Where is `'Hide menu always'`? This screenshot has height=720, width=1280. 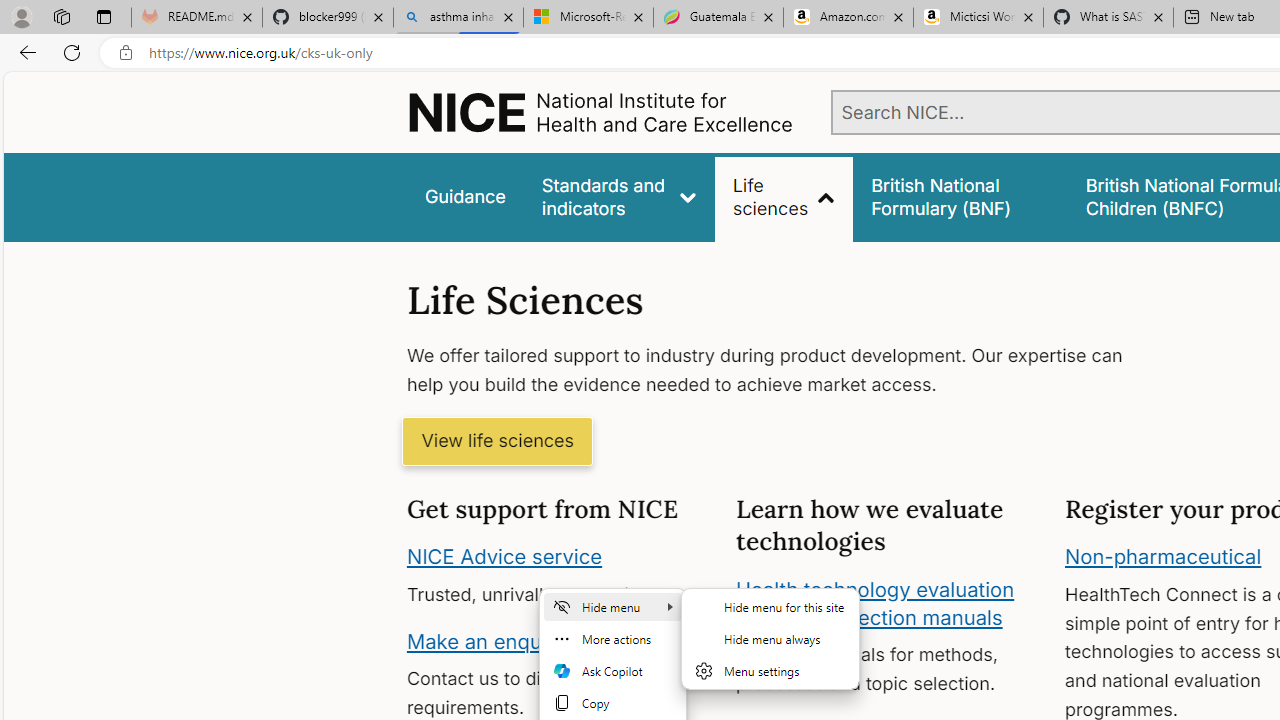 'Hide menu always' is located at coordinates (769, 639).